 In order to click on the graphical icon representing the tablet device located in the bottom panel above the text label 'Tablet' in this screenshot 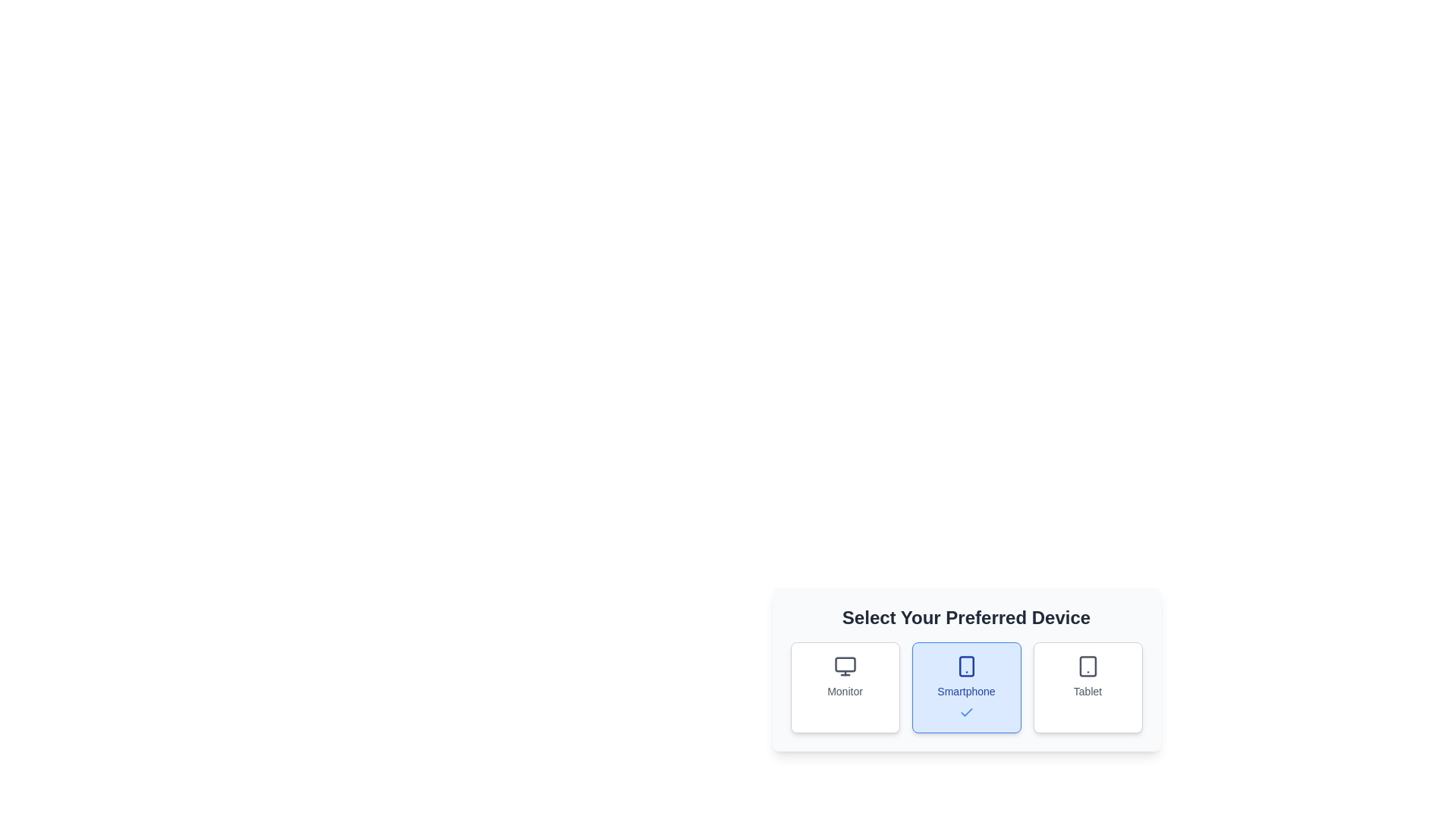, I will do `click(1087, 666)`.